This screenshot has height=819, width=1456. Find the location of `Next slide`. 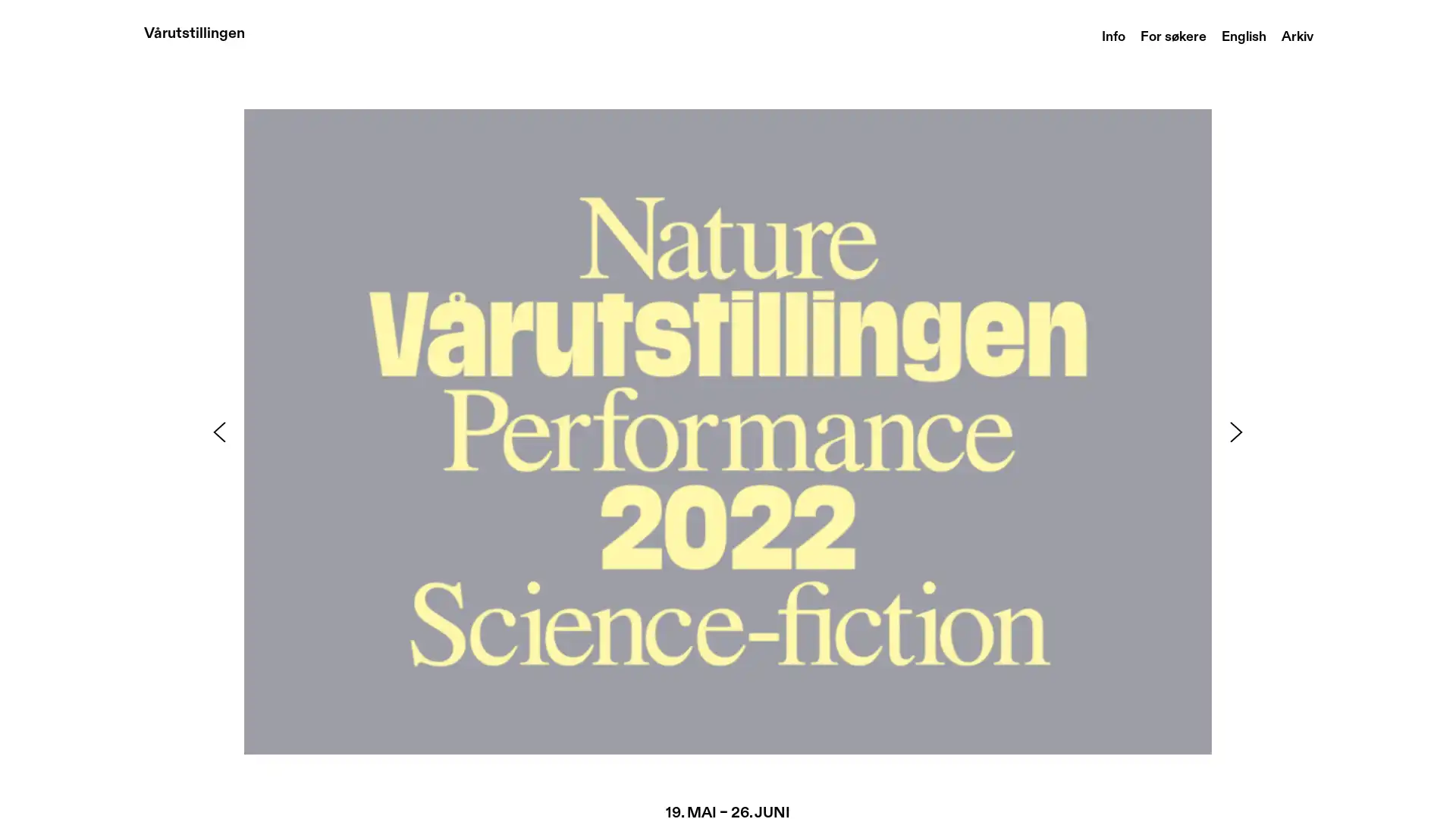

Next slide is located at coordinates (1236, 431).